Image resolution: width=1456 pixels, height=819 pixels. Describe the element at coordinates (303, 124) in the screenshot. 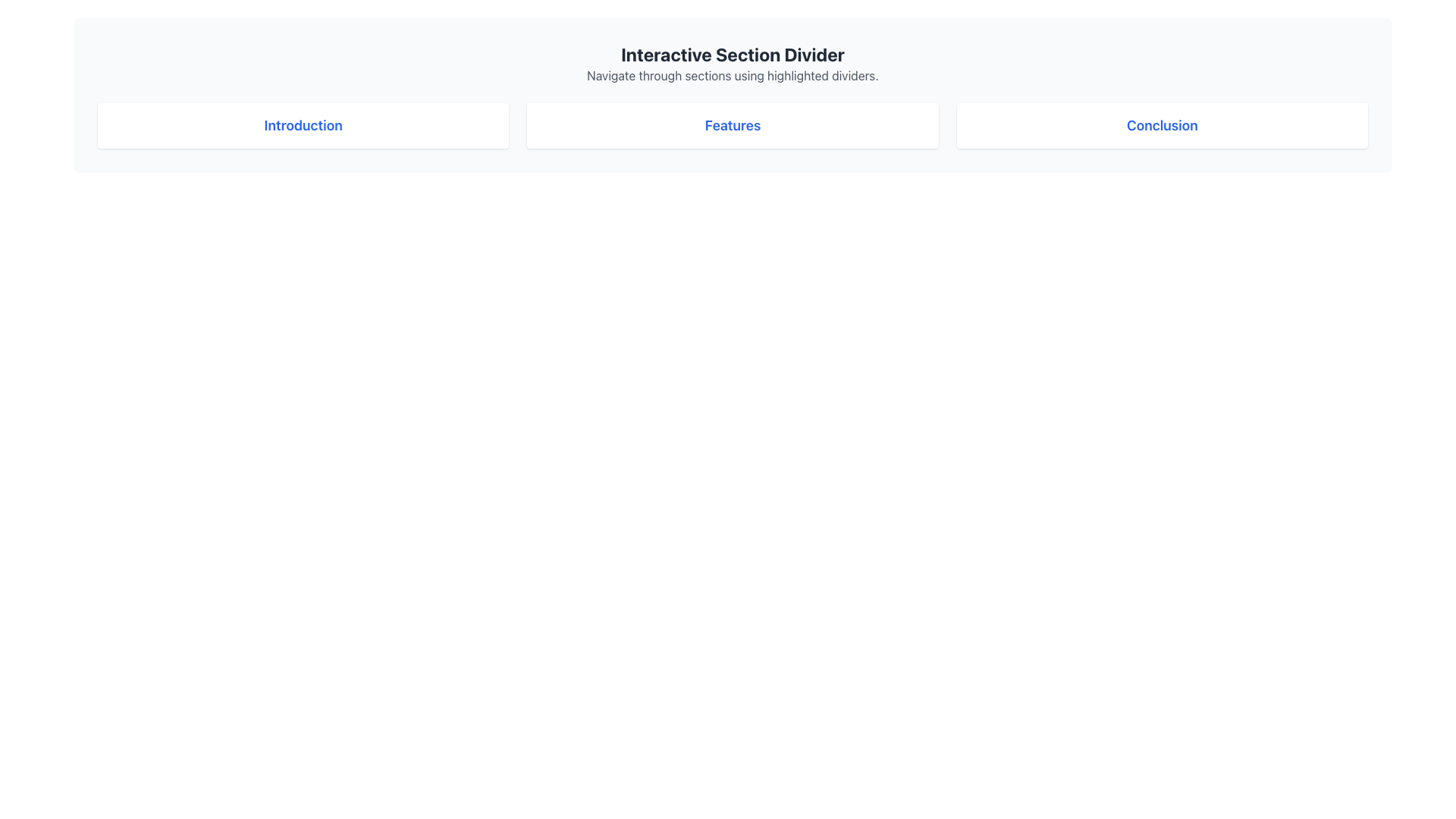

I see `text content of the 'Introduction' text label, which serves as an identifier for the corresponding section of the interface` at that location.